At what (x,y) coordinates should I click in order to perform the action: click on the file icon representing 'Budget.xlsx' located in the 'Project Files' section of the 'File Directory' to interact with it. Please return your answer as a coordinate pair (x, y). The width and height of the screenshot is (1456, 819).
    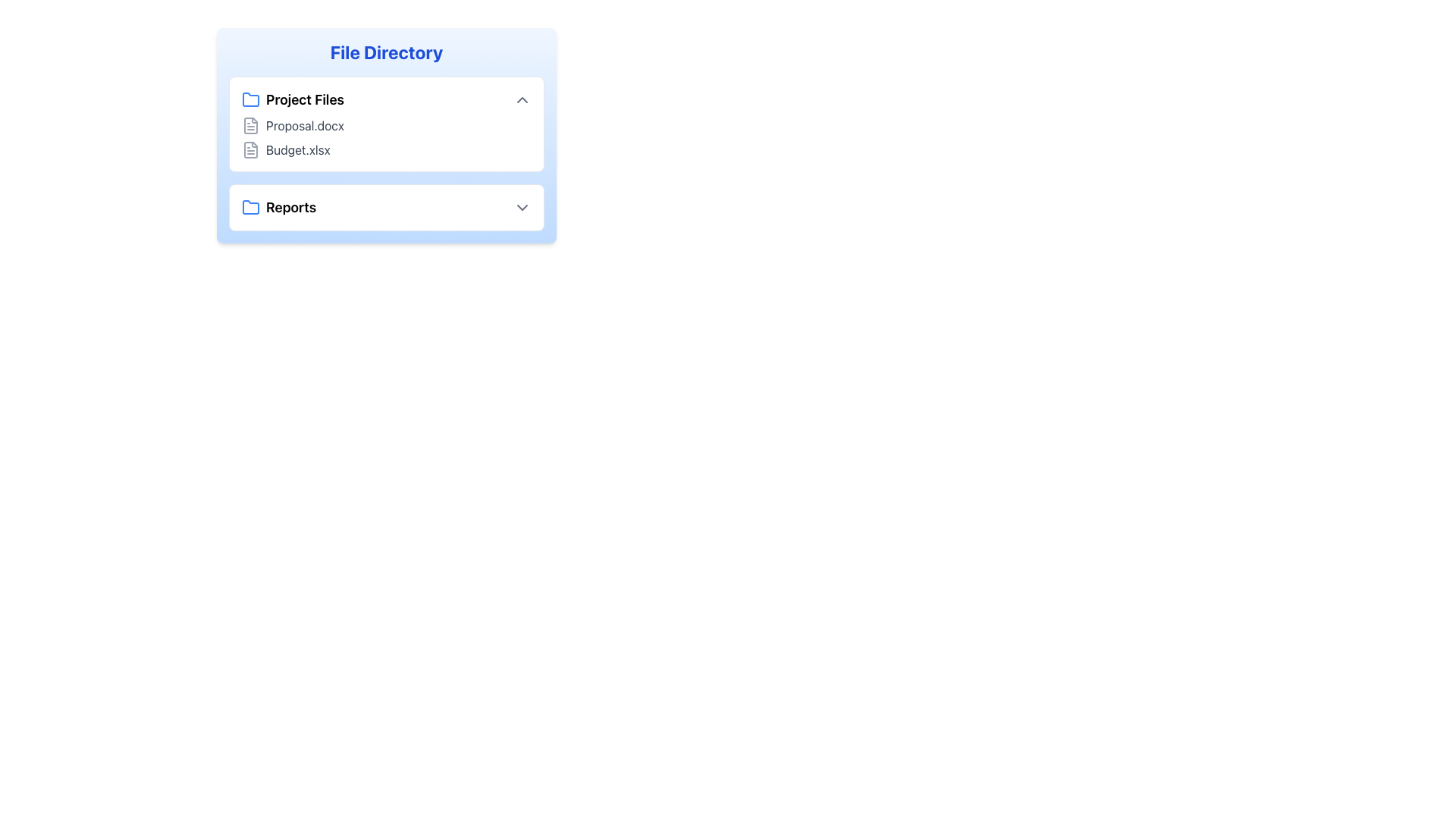
    Looking at the image, I should click on (251, 149).